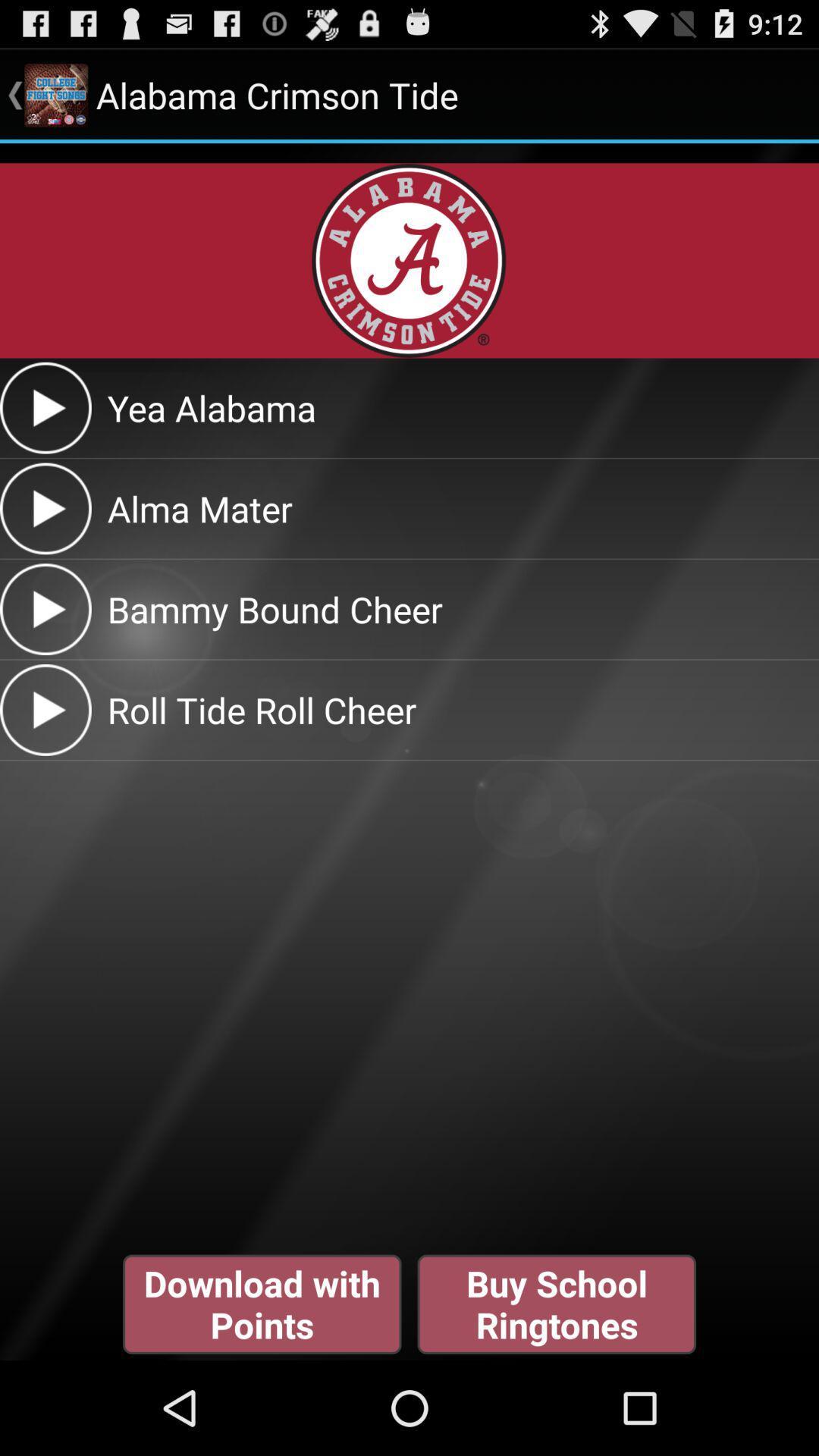  Describe the element at coordinates (45, 408) in the screenshot. I see `go back` at that location.